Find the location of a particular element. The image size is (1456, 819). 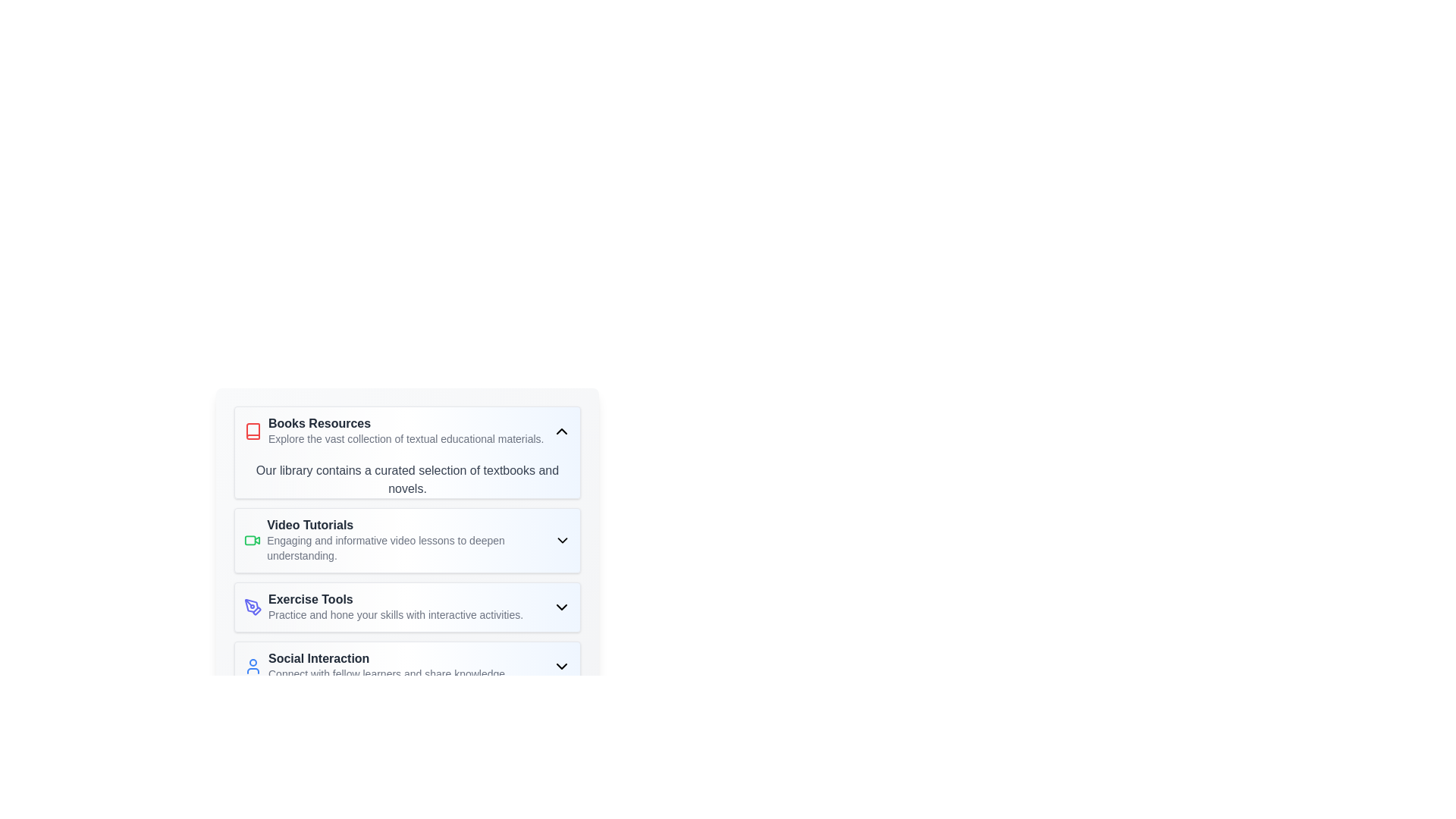

the collapsible panel header that provides access to video tutorials is located at coordinates (407, 540).